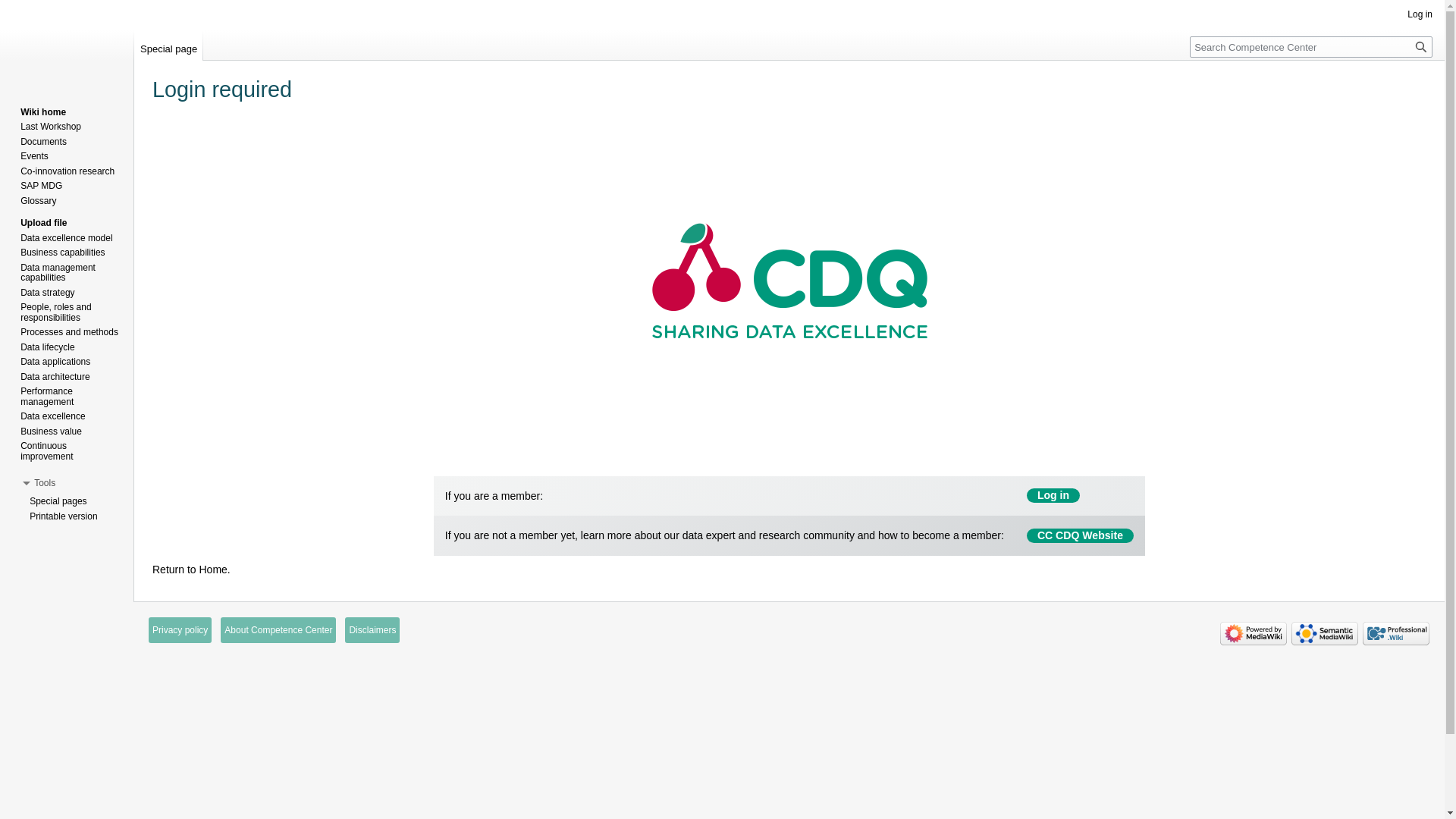 This screenshot has width=1456, height=819. Describe the element at coordinates (20, 347) in the screenshot. I see `'Data lifecycle'` at that location.